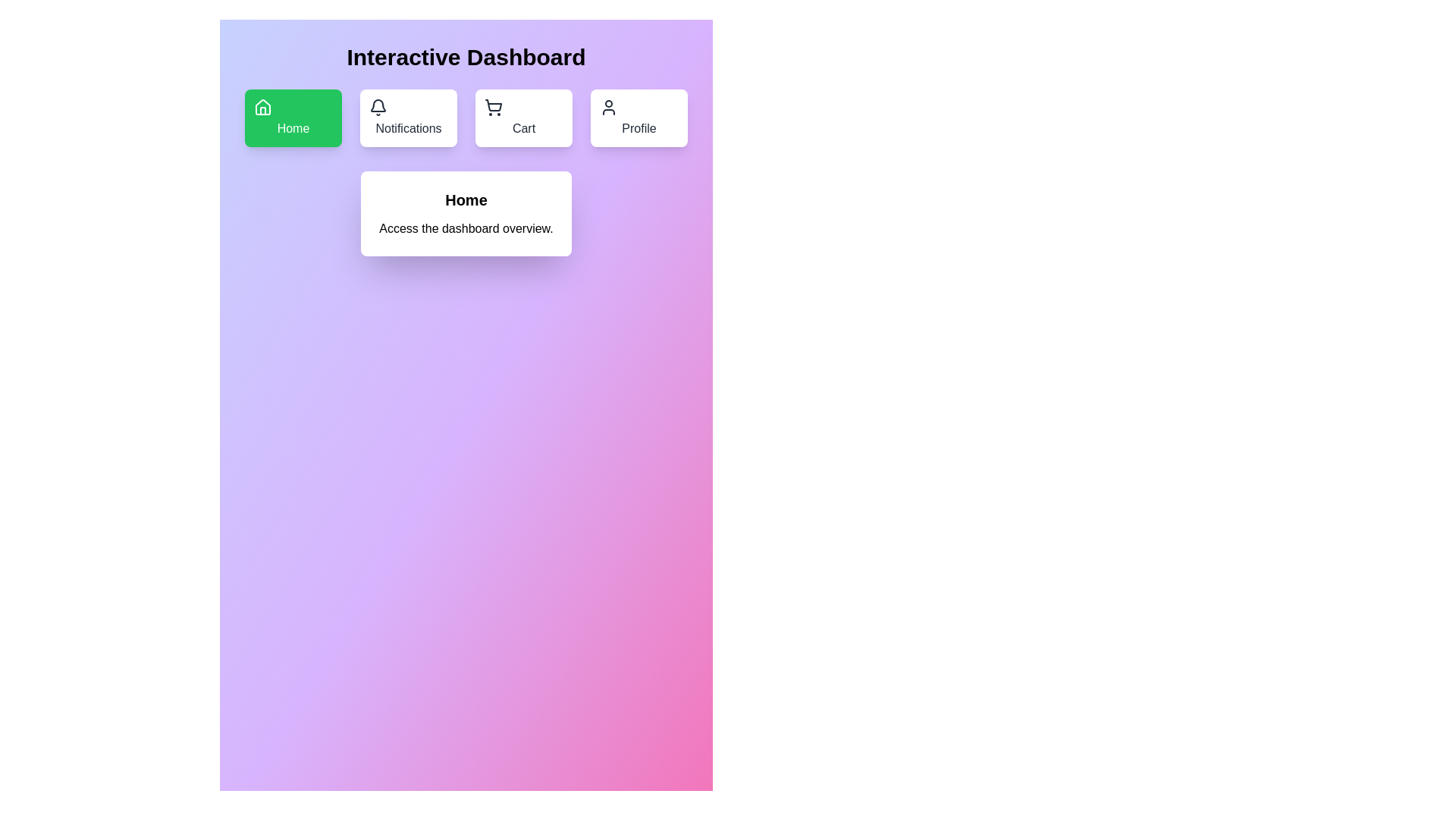  Describe the element at coordinates (524, 117) in the screenshot. I see `the menu option Cart to view its content and details` at that location.